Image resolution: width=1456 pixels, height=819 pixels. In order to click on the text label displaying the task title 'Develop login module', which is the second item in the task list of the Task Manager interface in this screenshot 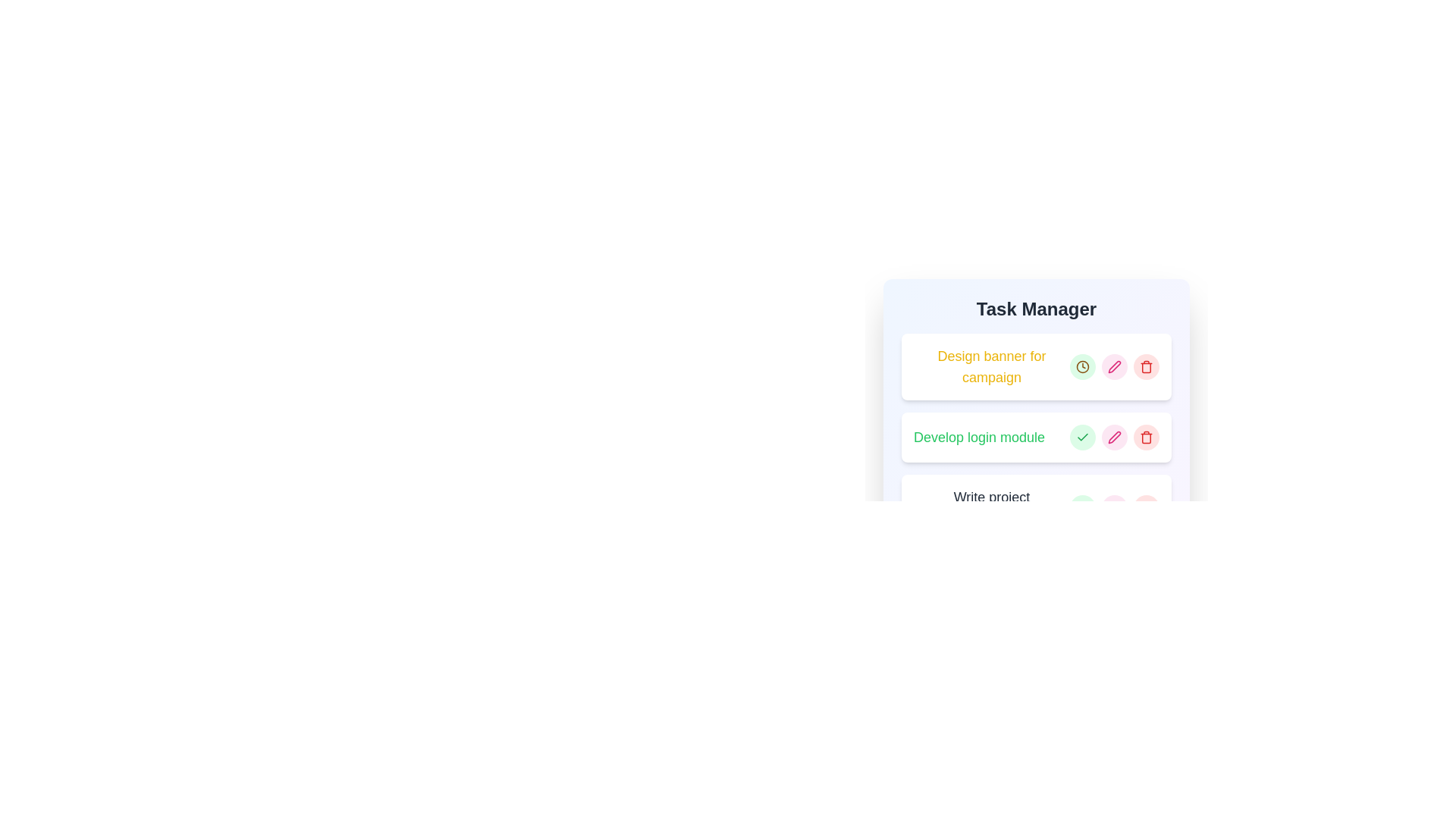, I will do `click(979, 438)`.